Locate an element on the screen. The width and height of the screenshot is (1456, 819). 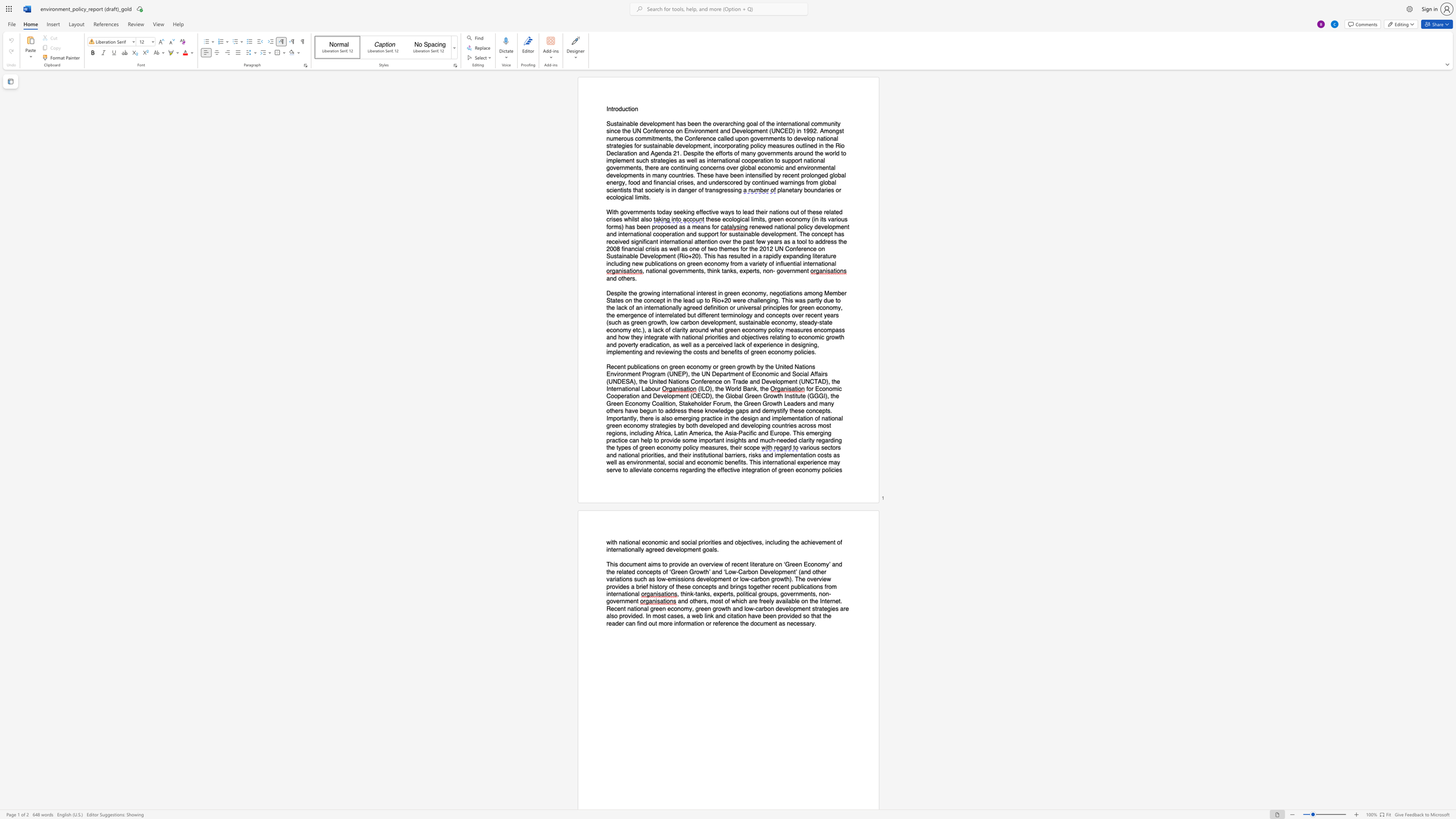
the subset text "objectiv" within the text "objectives" is located at coordinates (735, 542).